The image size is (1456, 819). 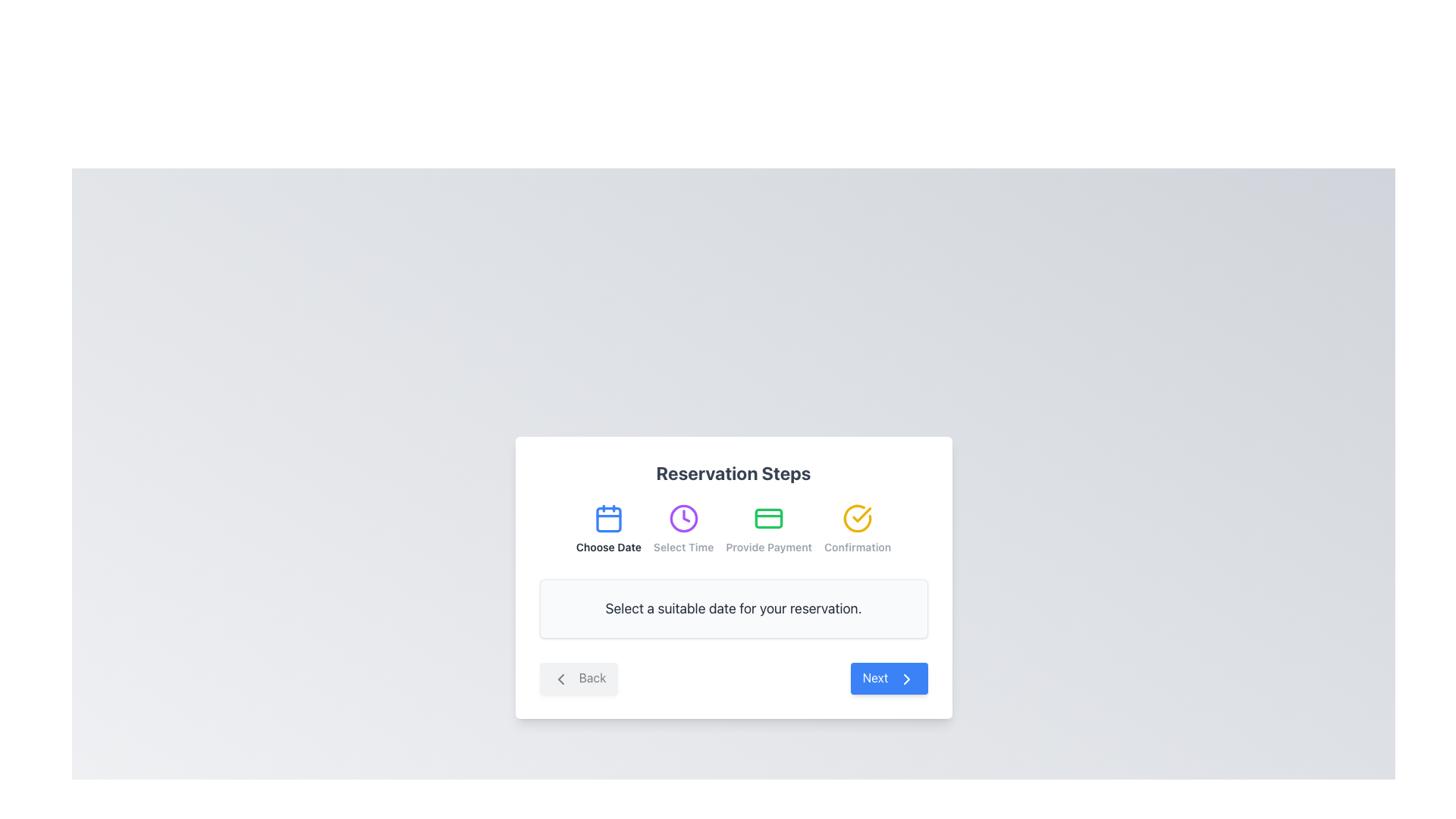 I want to click on the 'Back' button, which is a light gray button with rounded corners and a left-pointing arrow, located at the bottom left of the navigation buttons group, so click(x=578, y=677).